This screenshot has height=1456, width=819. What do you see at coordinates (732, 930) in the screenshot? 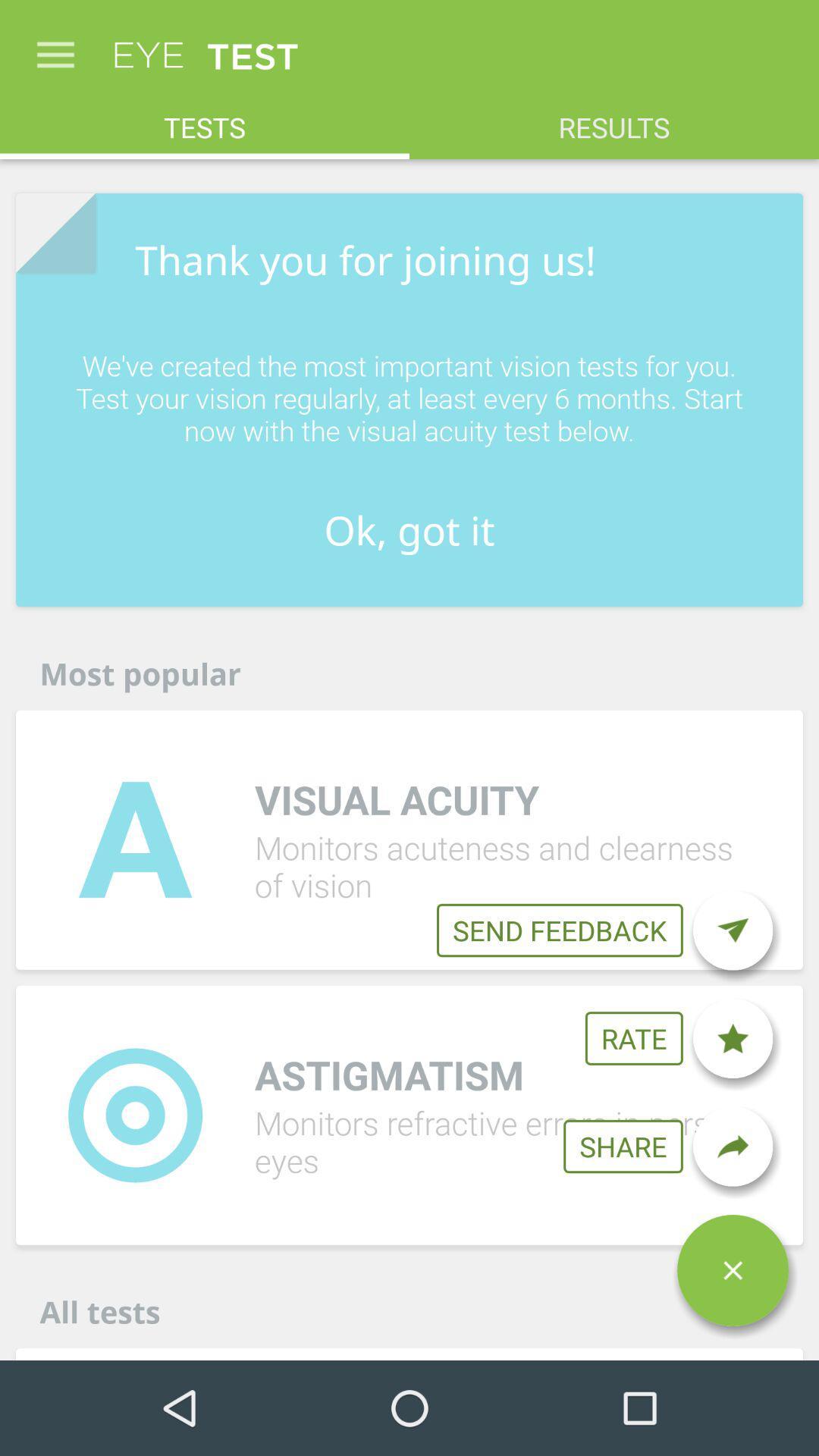
I see `the send icon` at bounding box center [732, 930].